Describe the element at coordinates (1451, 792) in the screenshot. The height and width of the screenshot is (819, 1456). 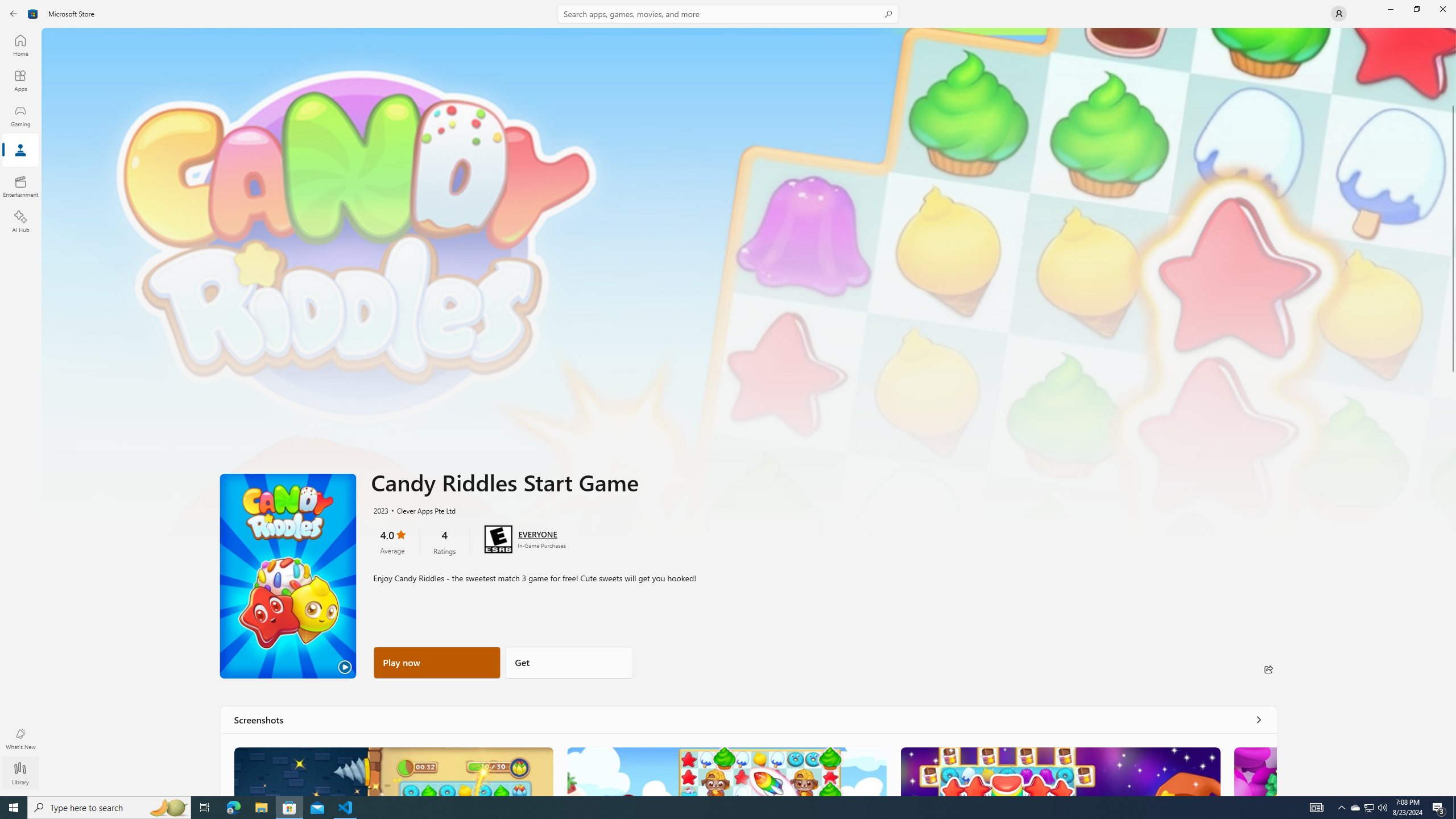
I see `'Vertical Small Increase'` at that location.